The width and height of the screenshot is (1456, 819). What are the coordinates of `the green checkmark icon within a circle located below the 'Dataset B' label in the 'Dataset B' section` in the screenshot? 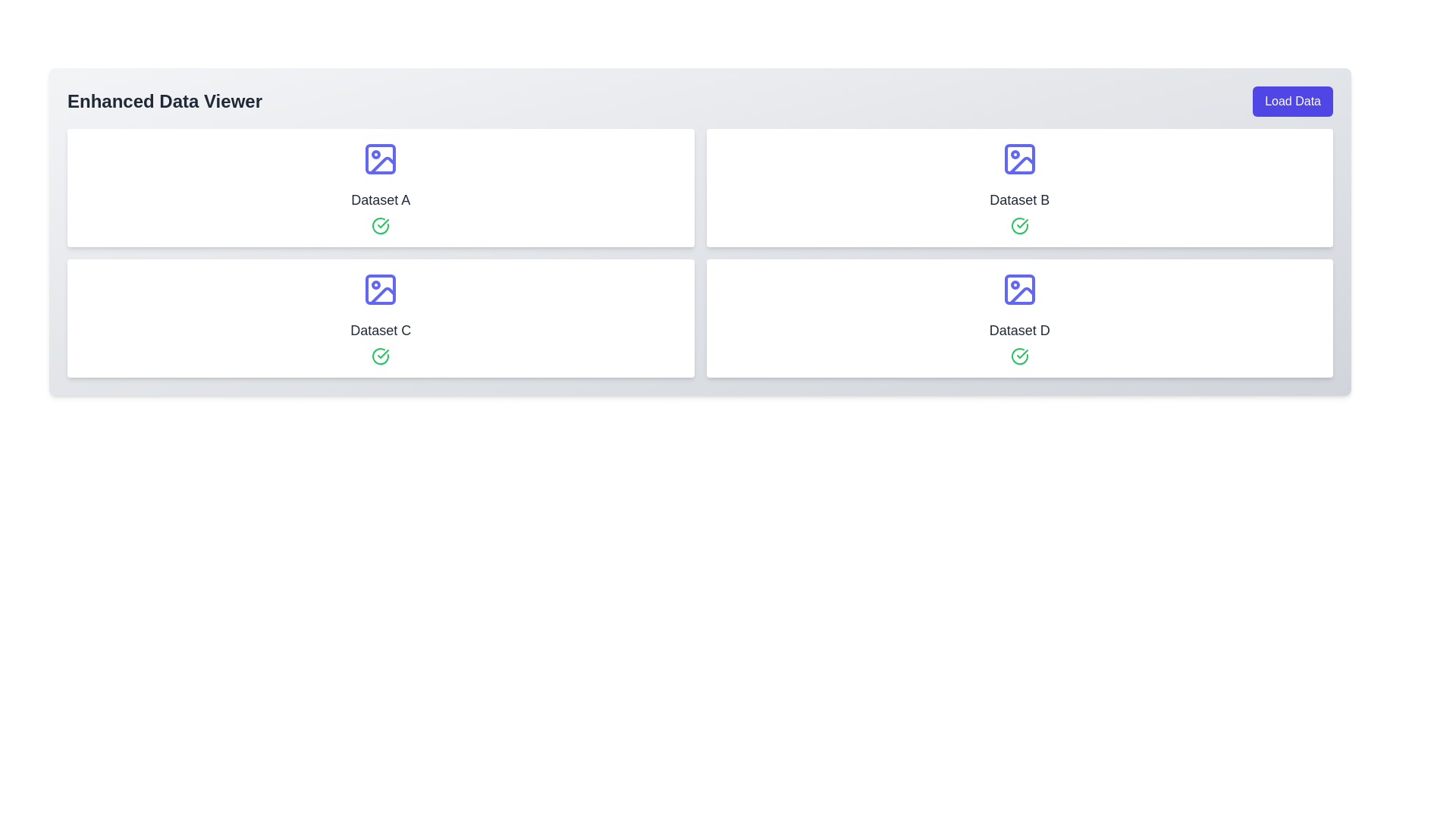 It's located at (1019, 225).